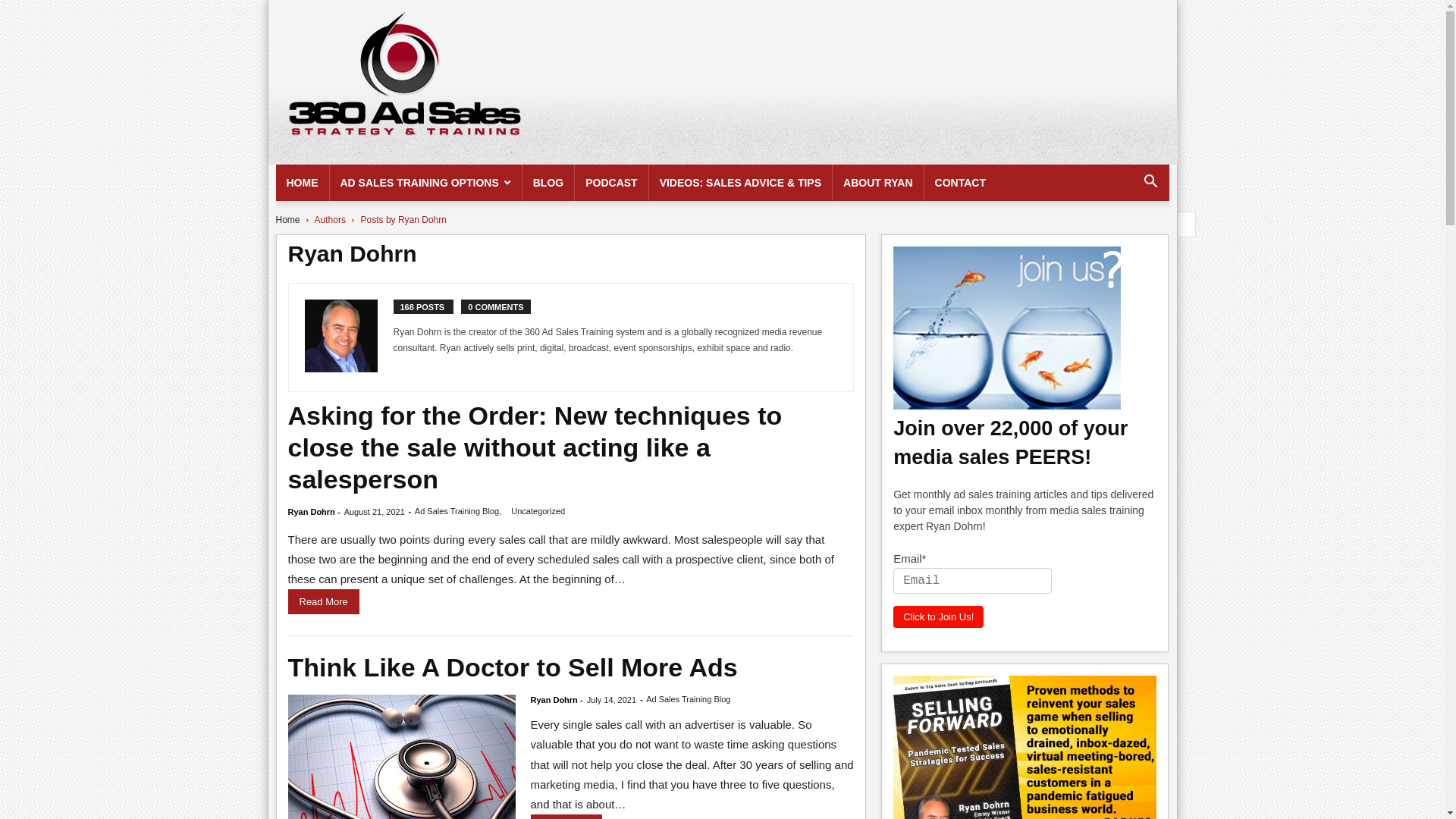 The image size is (1456, 819). What do you see at coordinates (287, 219) in the screenshot?
I see `'Home'` at bounding box center [287, 219].